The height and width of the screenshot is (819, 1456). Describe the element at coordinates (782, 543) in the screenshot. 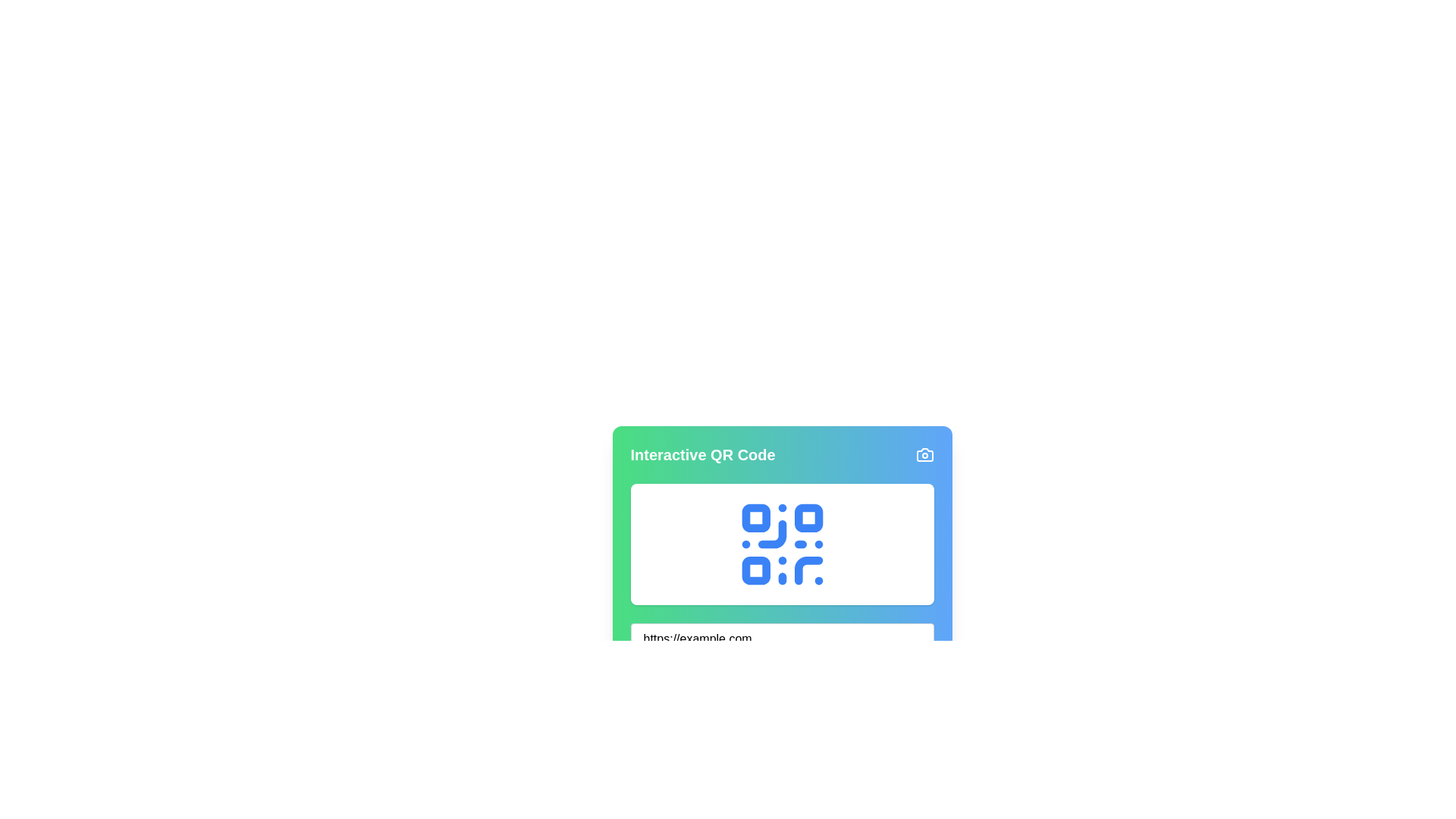

I see `the white rectangle with rounded corners containing the blue stylized QR code icon at its center, located within the 'Interactive QR Code' section` at that location.